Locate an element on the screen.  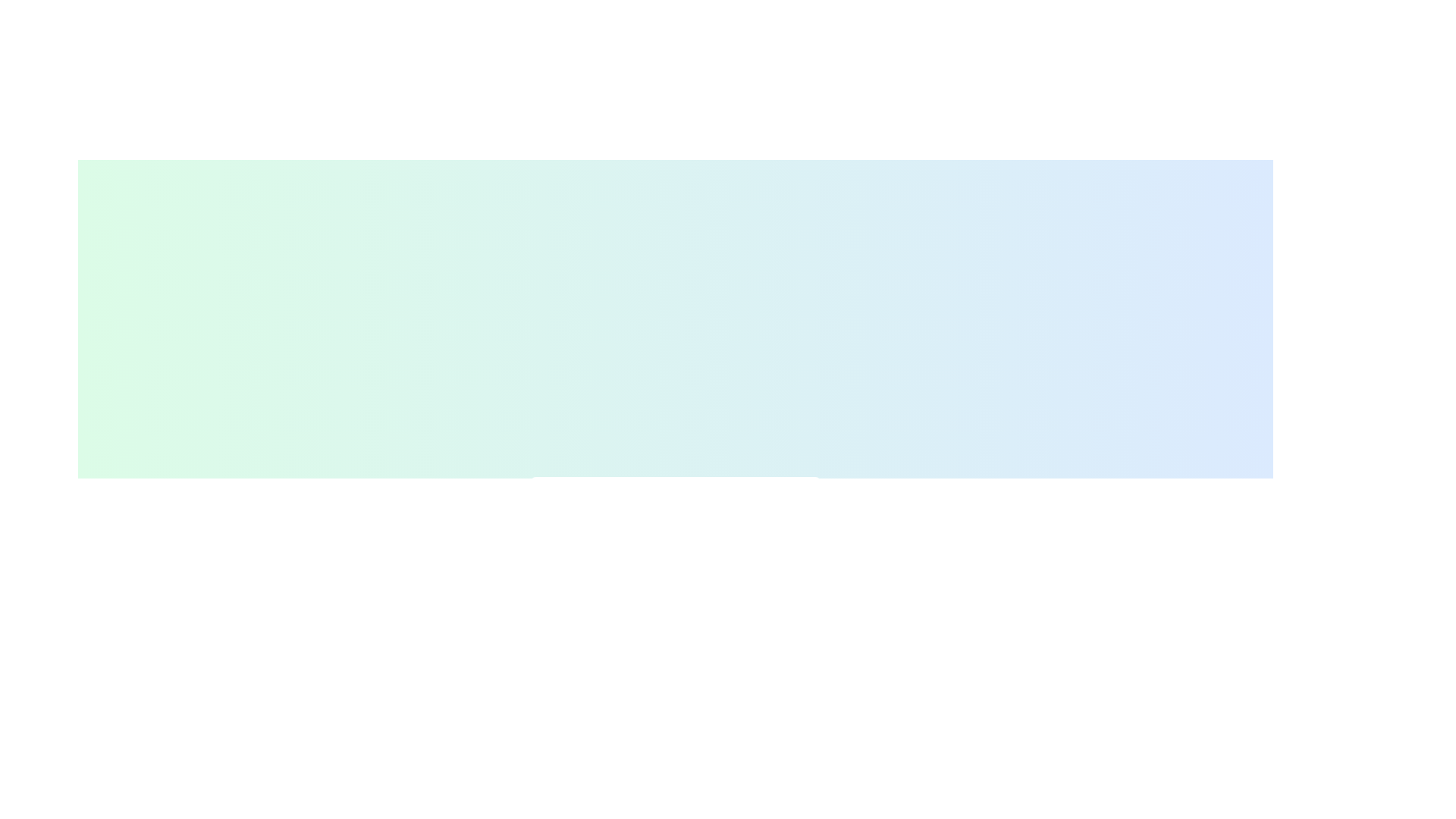
the main outlined SVG circle located at the center of the SVG graphic, which serves as a visual representation within the interface is located at coordinates (675, 510).